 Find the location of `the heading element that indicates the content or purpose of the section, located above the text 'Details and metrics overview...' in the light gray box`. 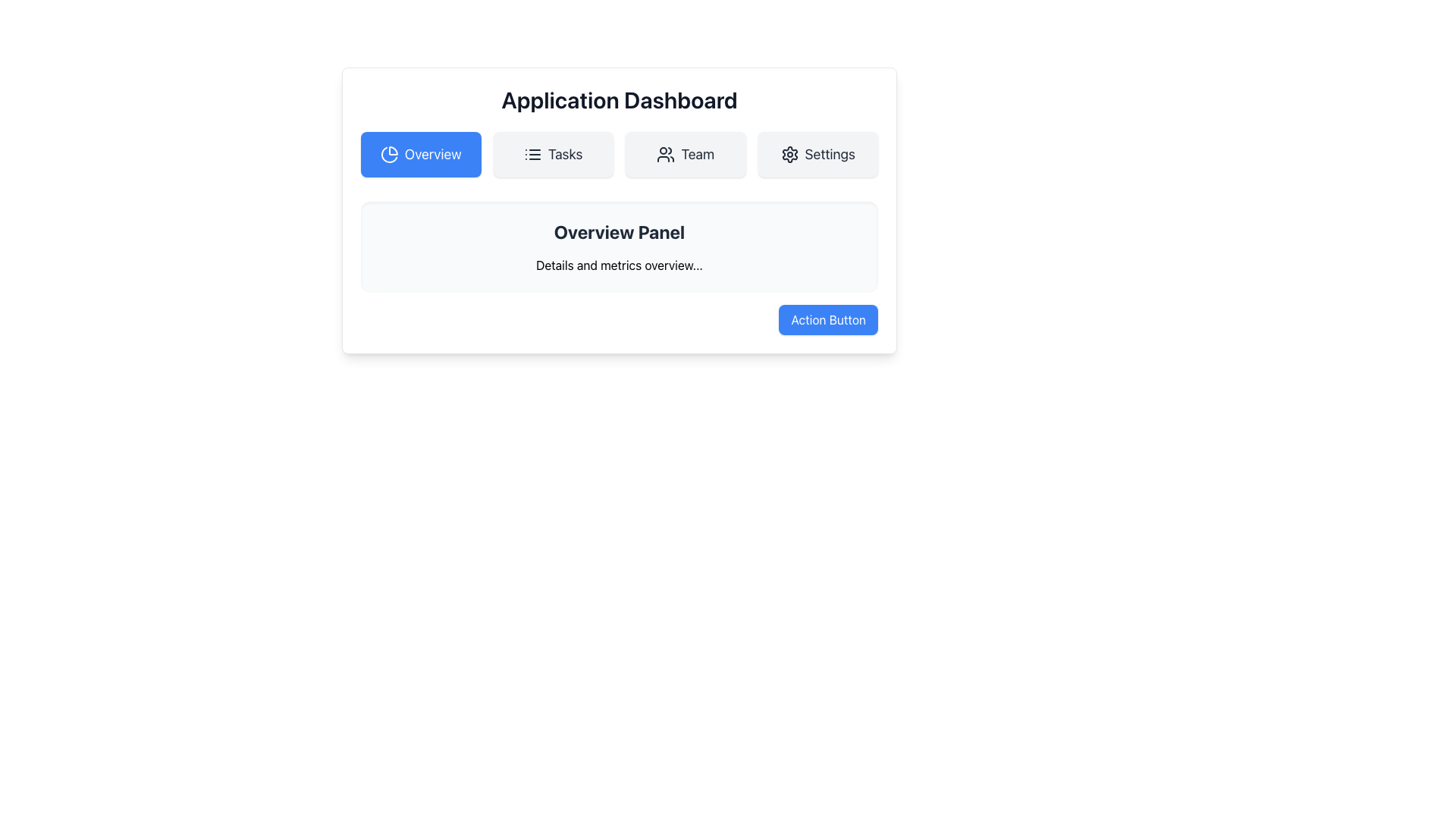

the heading element that indicates the content or purpose of the section, located above the text 'Details and metrics overview...' in the light gray box is located at coordinates (619, 231).